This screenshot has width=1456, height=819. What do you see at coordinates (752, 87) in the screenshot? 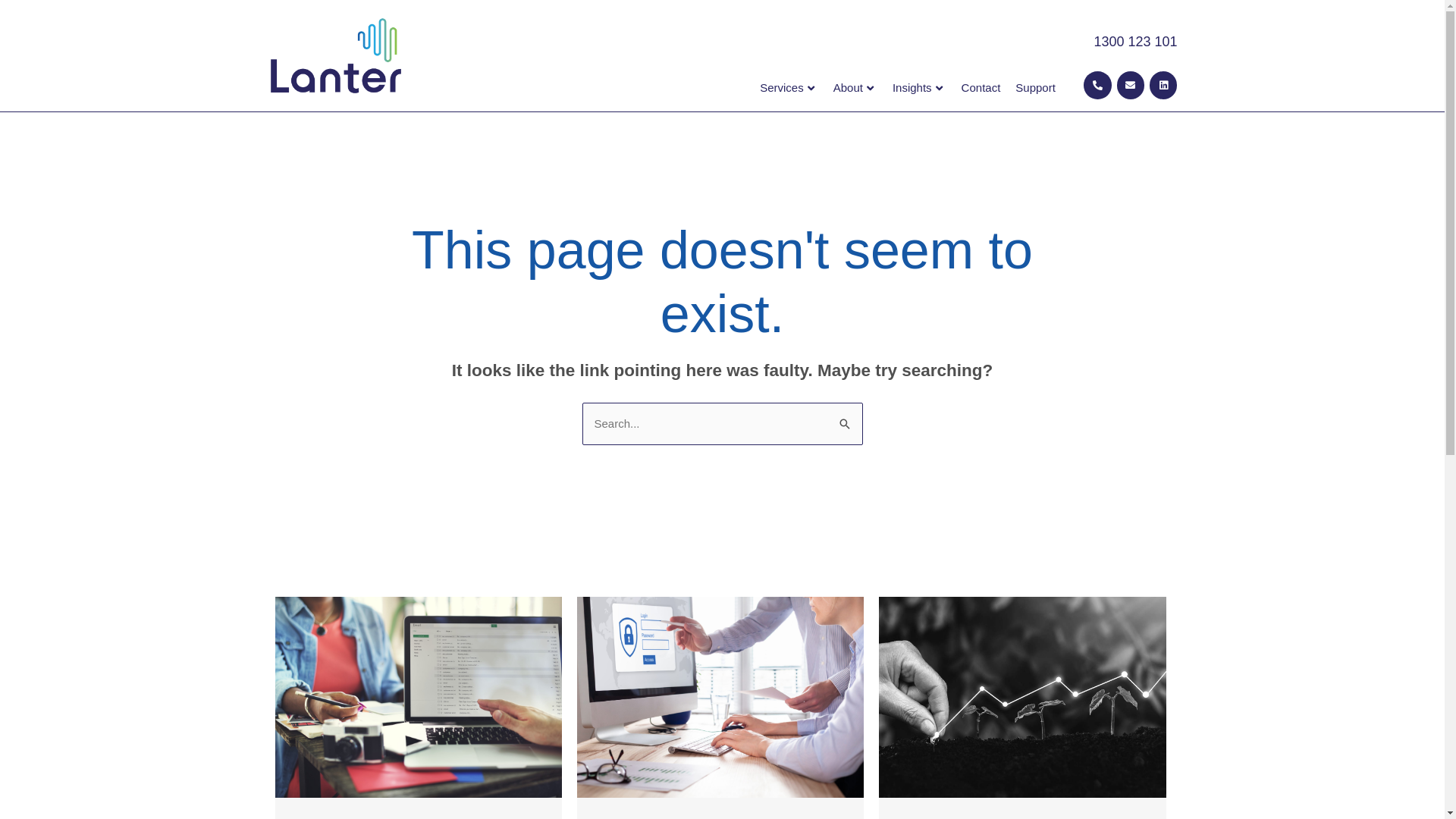
I see `'Services'` at bounding box center [752, 87].